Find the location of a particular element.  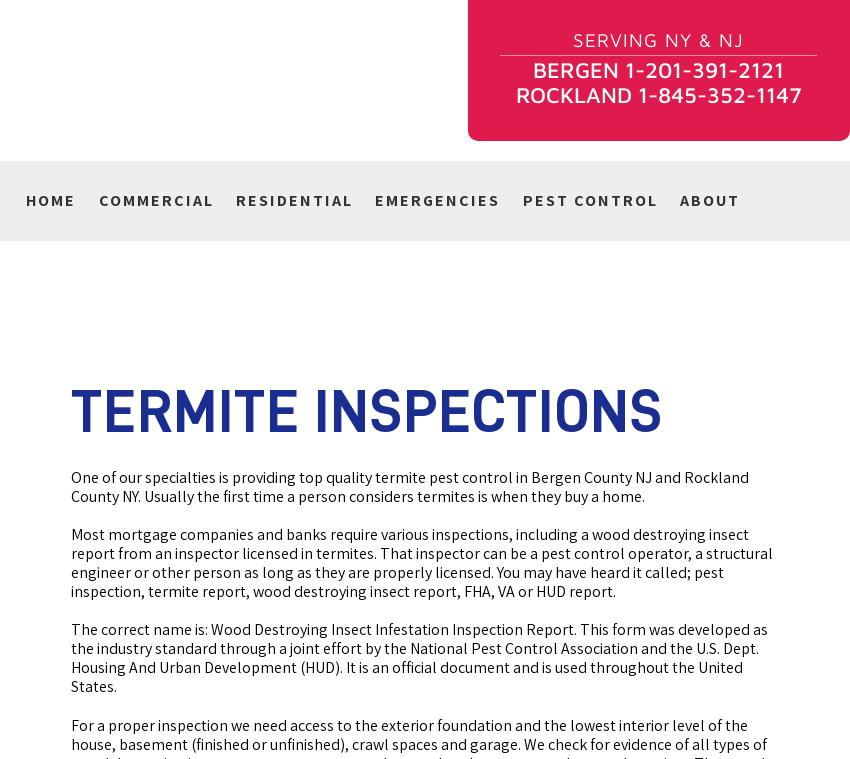

'Emergencies' is located at coordinates (374, 200).